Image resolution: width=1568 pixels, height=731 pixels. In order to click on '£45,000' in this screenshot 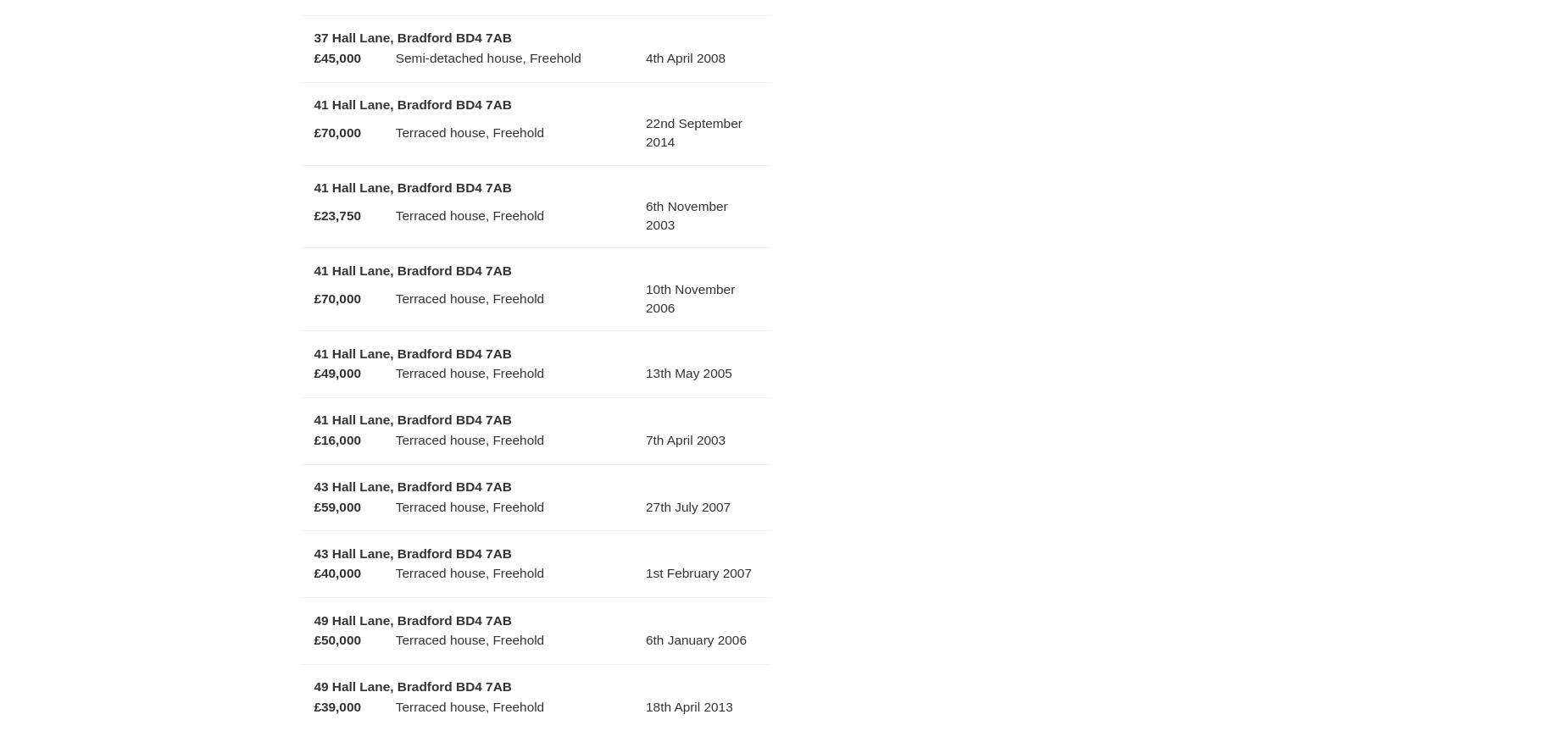, I will do `click(336, 57)`.